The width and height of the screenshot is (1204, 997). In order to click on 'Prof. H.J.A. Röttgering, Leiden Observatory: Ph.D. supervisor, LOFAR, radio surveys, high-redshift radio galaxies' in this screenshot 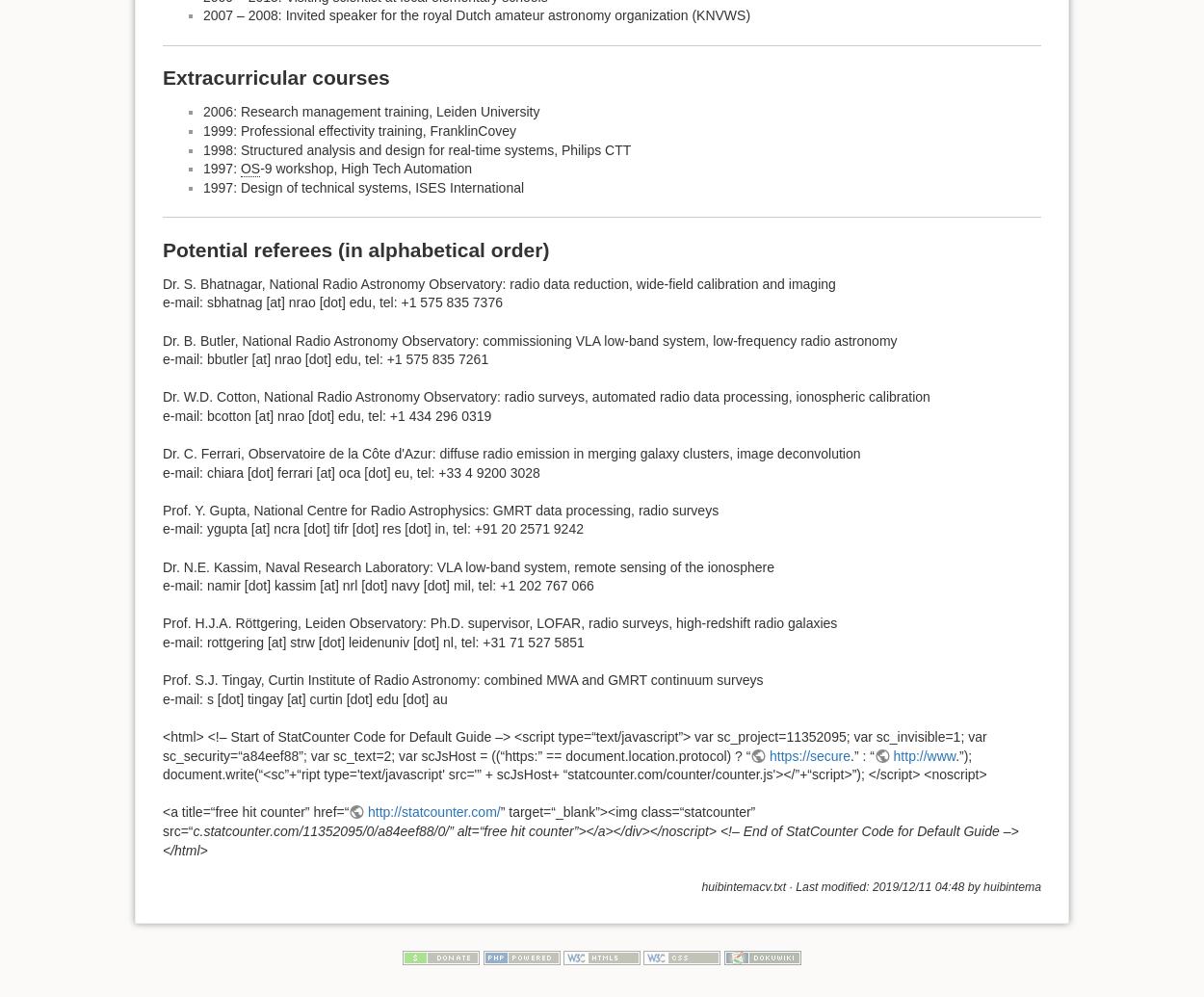, I will do `click(500, 621)`.